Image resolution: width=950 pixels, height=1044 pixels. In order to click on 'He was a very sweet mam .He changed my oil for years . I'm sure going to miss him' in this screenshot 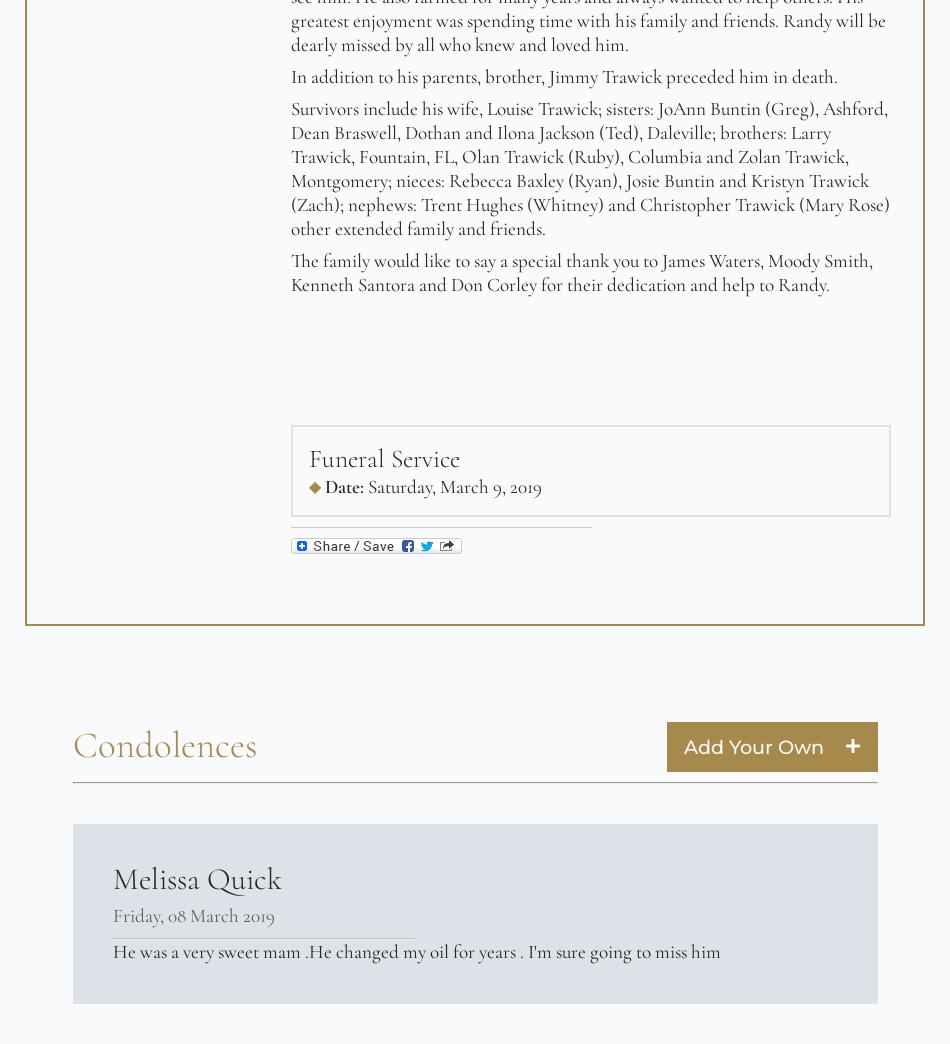, I will do `click(415, 949)`.